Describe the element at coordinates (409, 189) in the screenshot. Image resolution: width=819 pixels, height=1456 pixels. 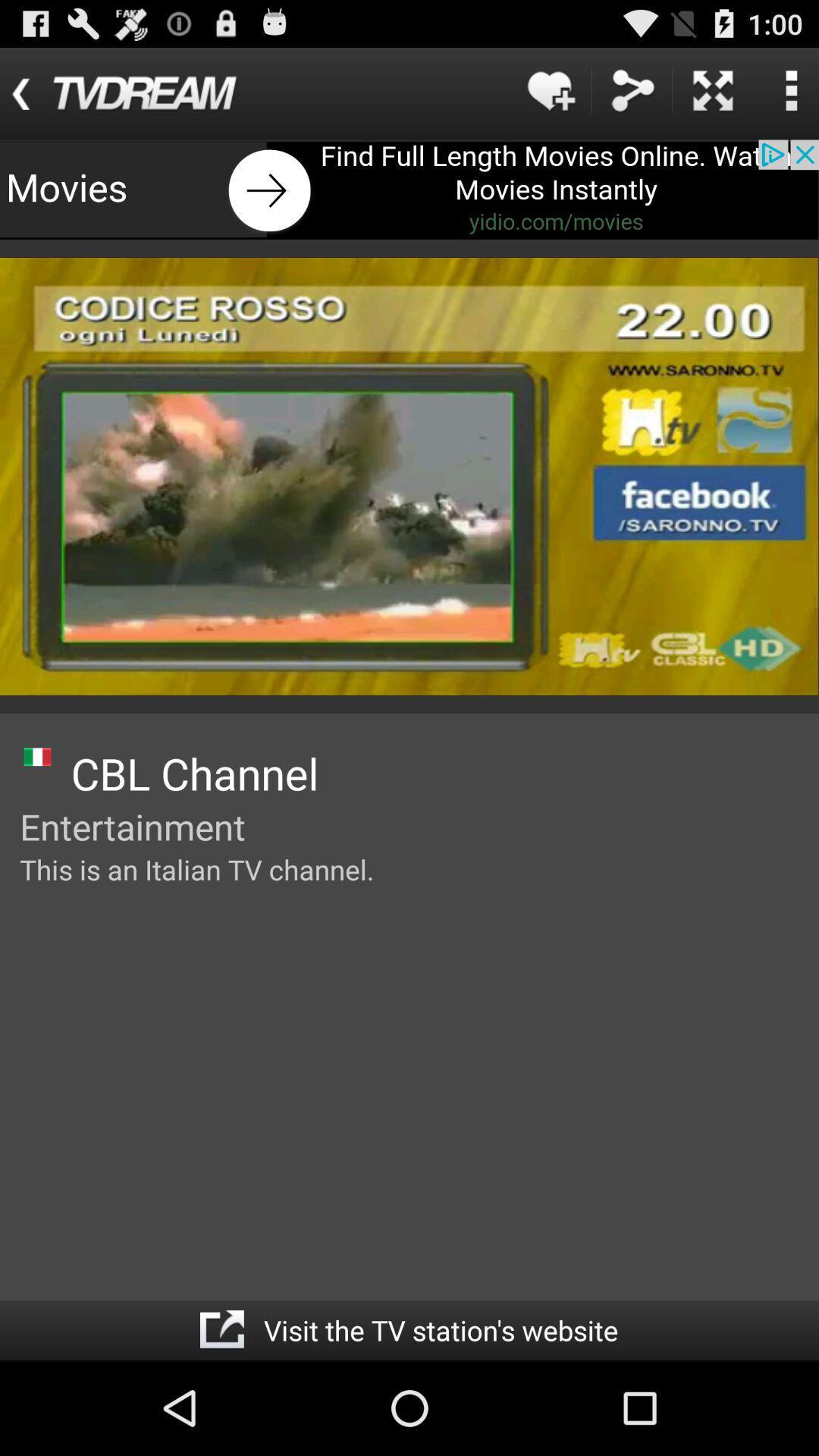
I see `advertisement` at that location.